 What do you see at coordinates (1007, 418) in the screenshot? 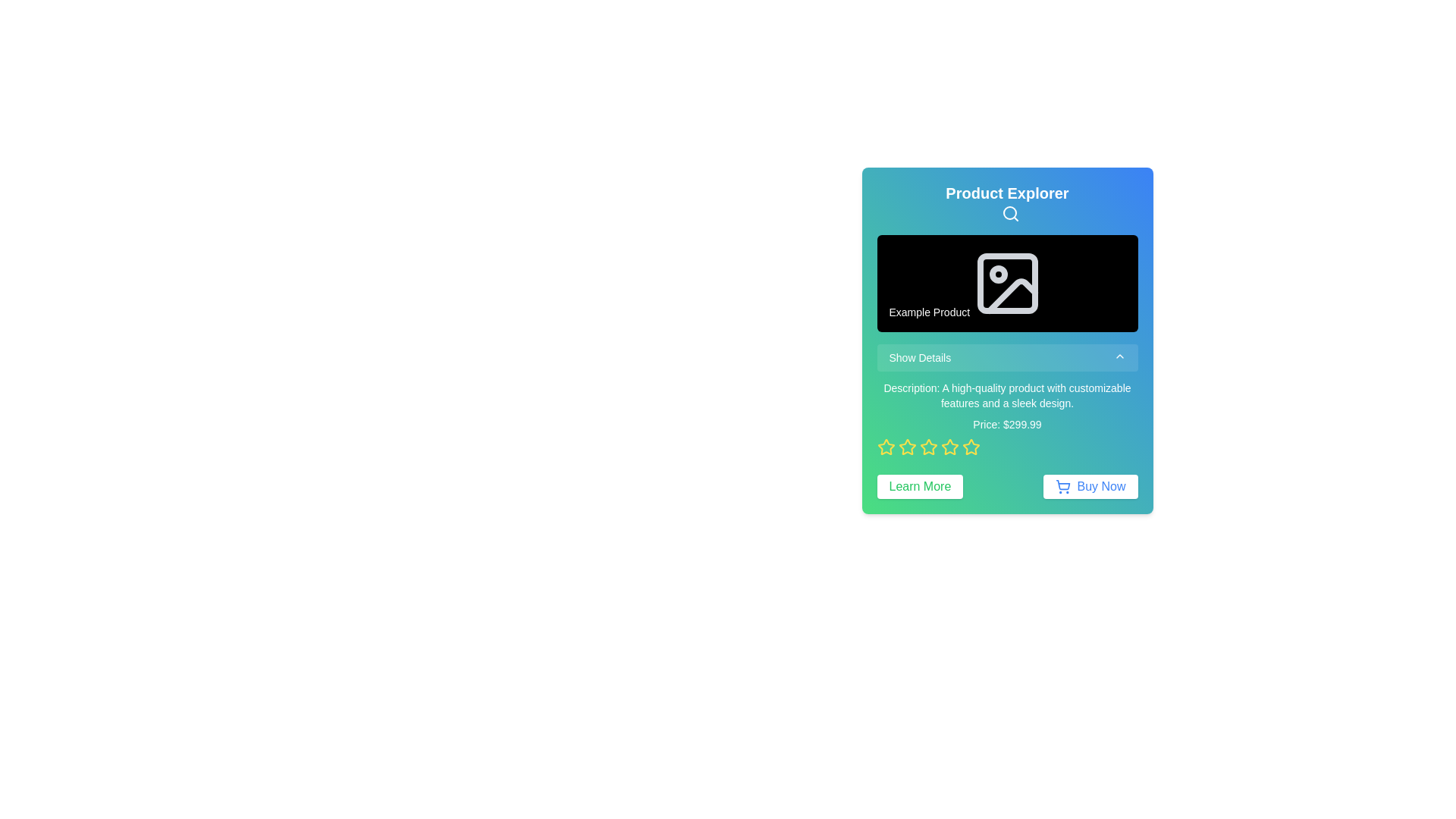
I see `the text display that contains product information, positioned below the 'Show Details' button and above the star icons` at bounding box center [1007, 418].